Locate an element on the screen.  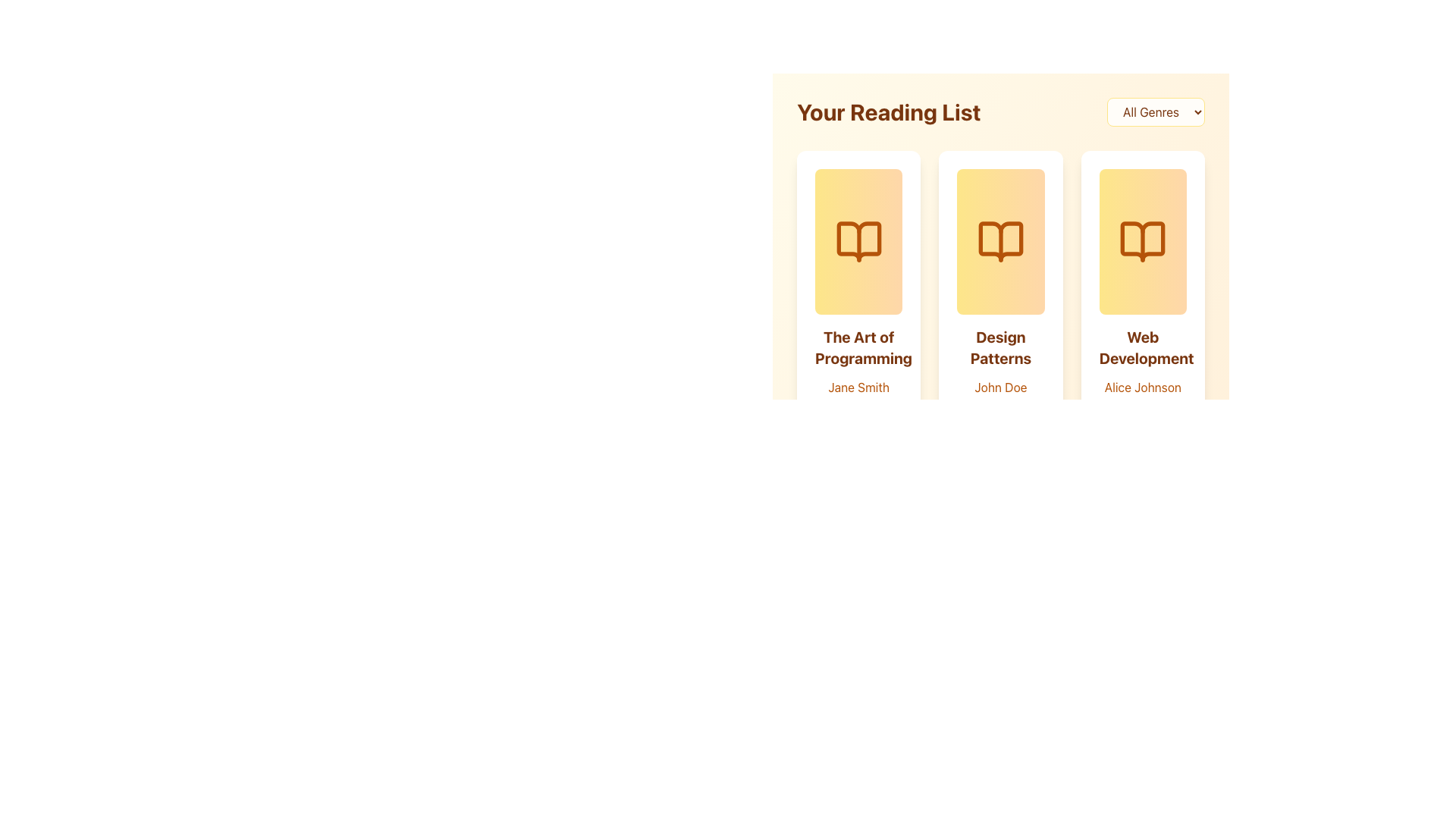
the icon representing the book or literary content on the third card in the 'Your Reading List' section, located above the text 'Web Development' and 'Alice Johnson' is located at coordinates (1143, 241).